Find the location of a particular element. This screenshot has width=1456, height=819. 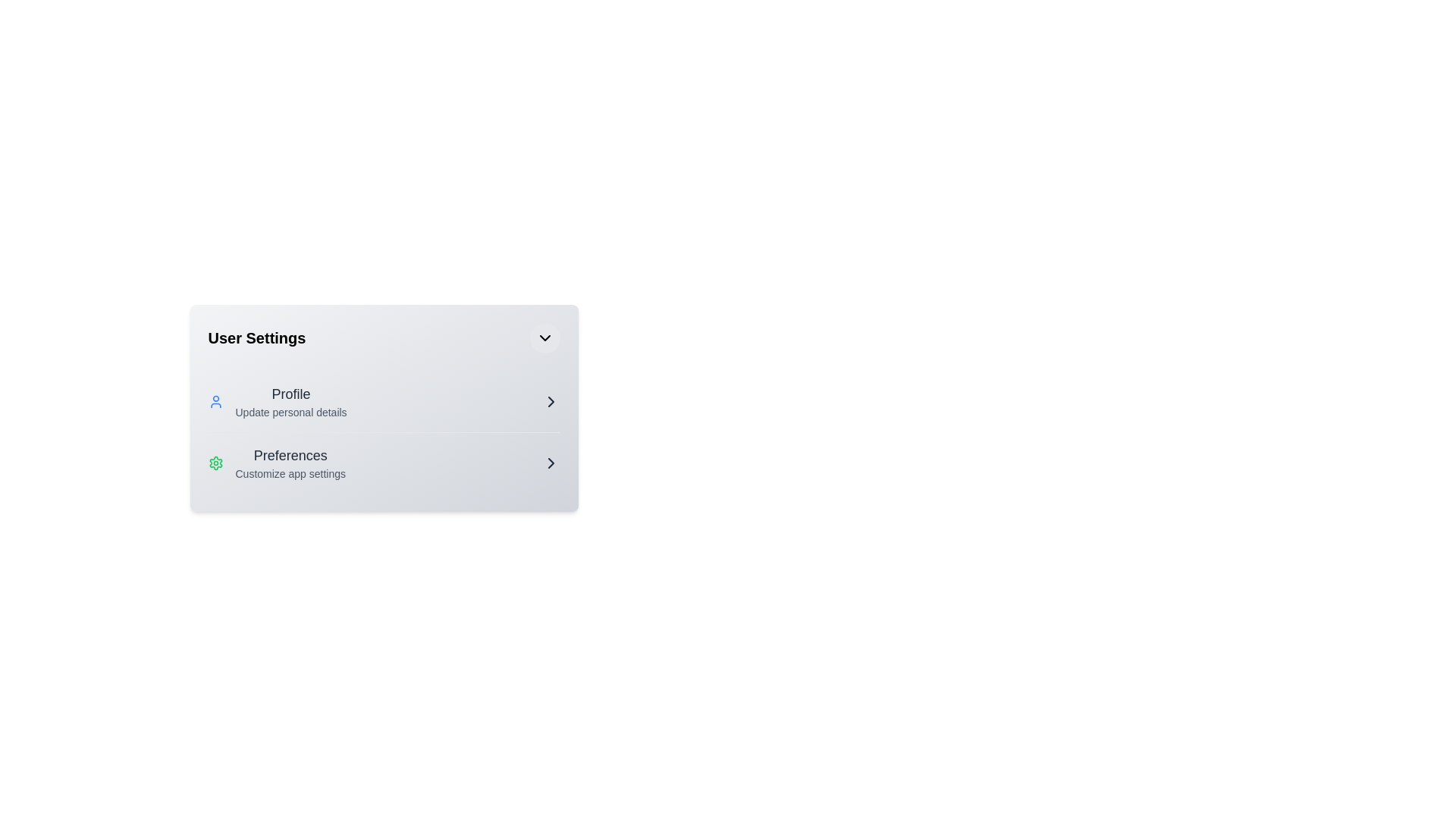

the green gear-shaped icon with a white background located in the 'Preferences' section of the 'User Settings' menu is located at coordinates (215, 462).